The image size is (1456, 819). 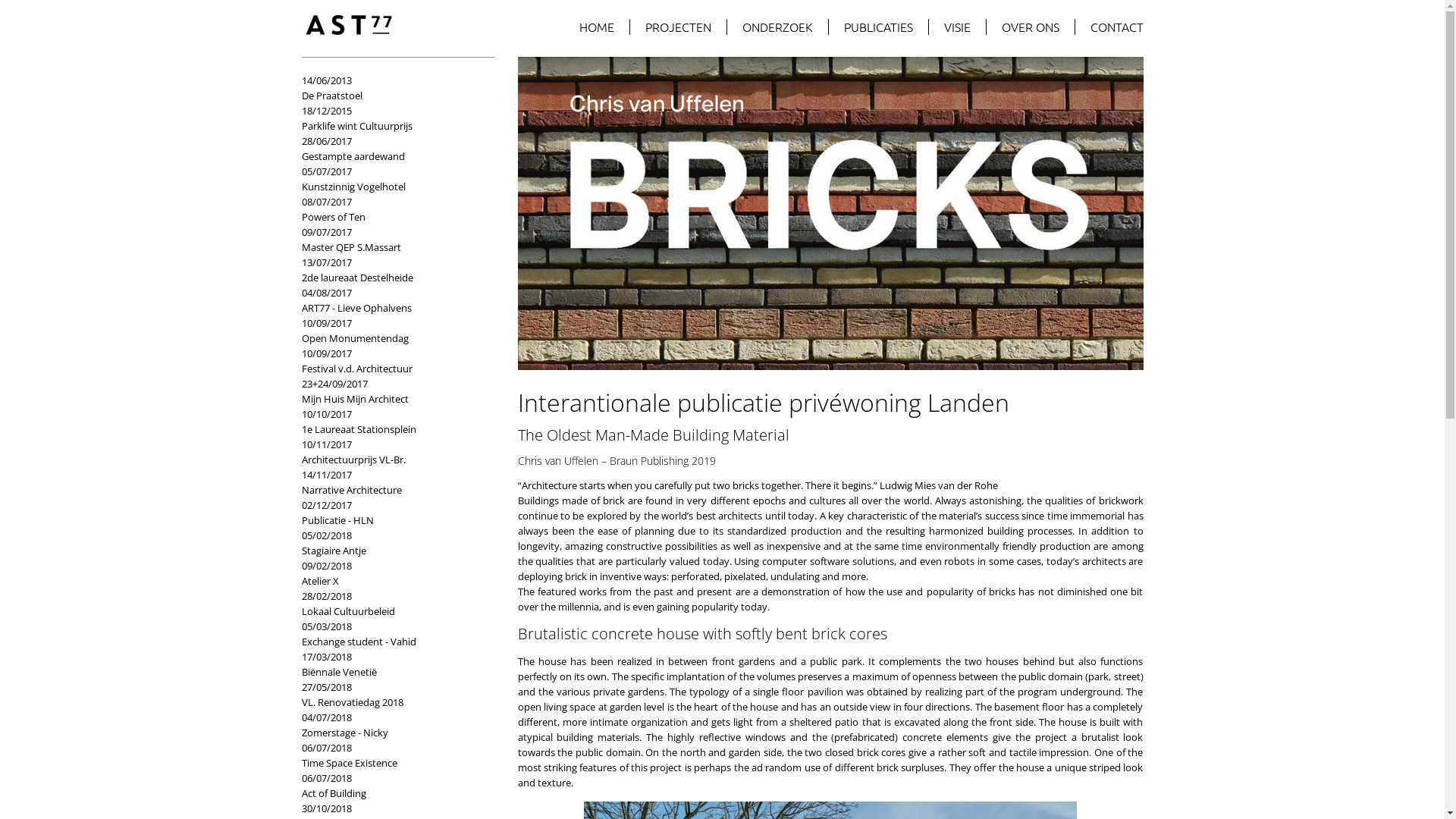 I want to click on '09/02/2018, so click(x=302, y=573).